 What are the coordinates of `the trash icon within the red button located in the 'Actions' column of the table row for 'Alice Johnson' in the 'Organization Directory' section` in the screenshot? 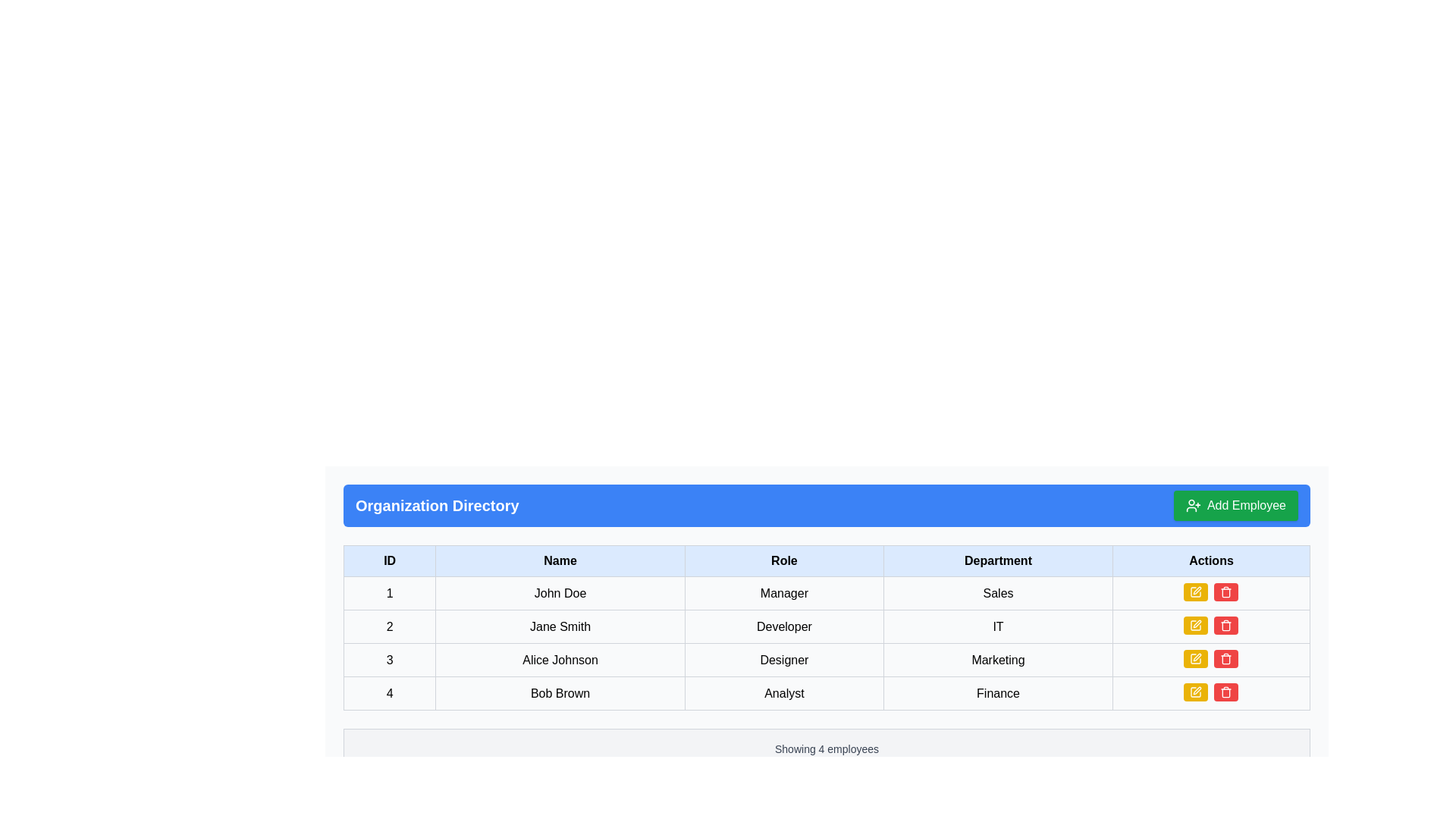 It's located at (1226, 657).